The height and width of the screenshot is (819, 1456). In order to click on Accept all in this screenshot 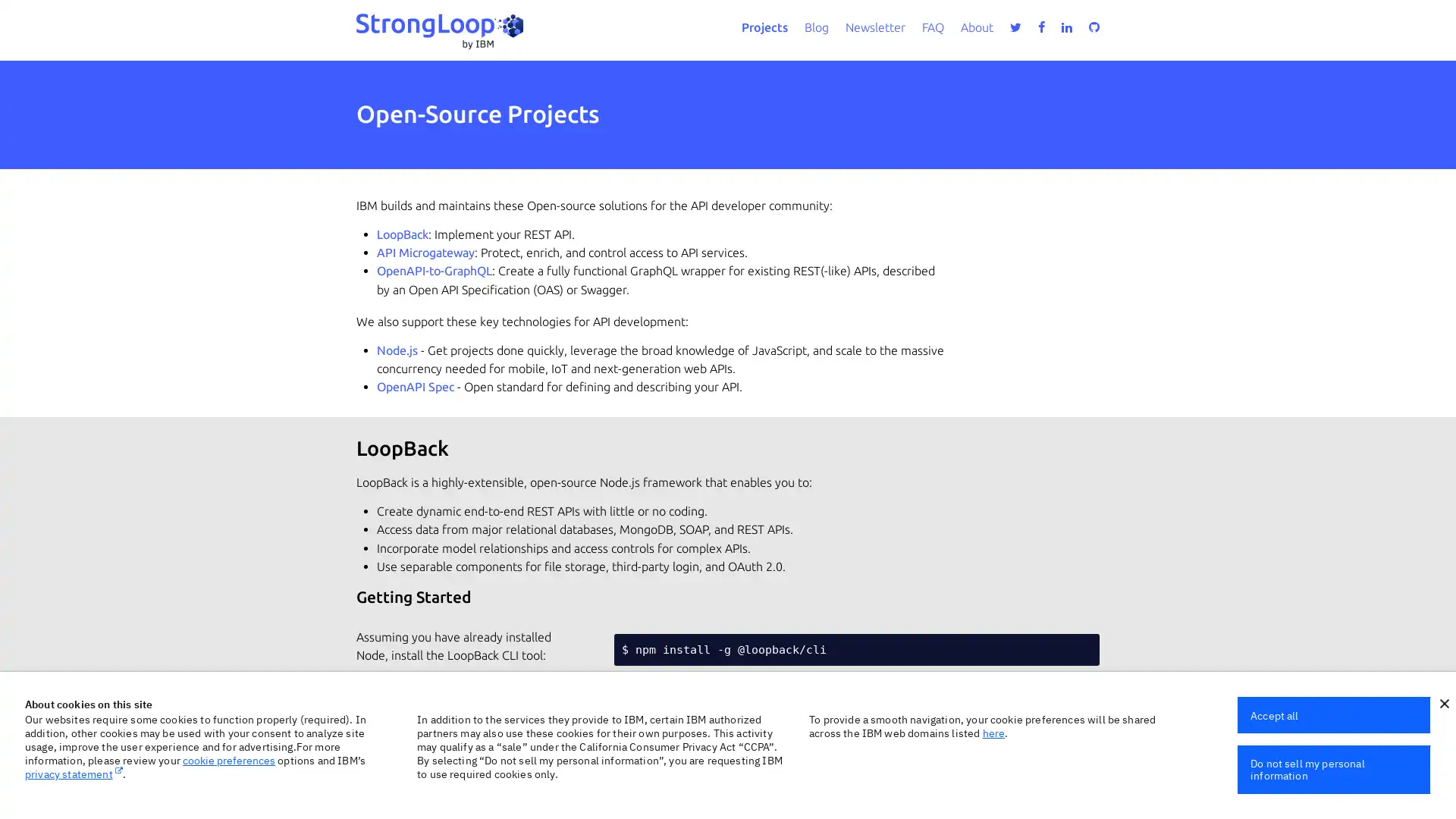, I will do `click(1333, 714)`.